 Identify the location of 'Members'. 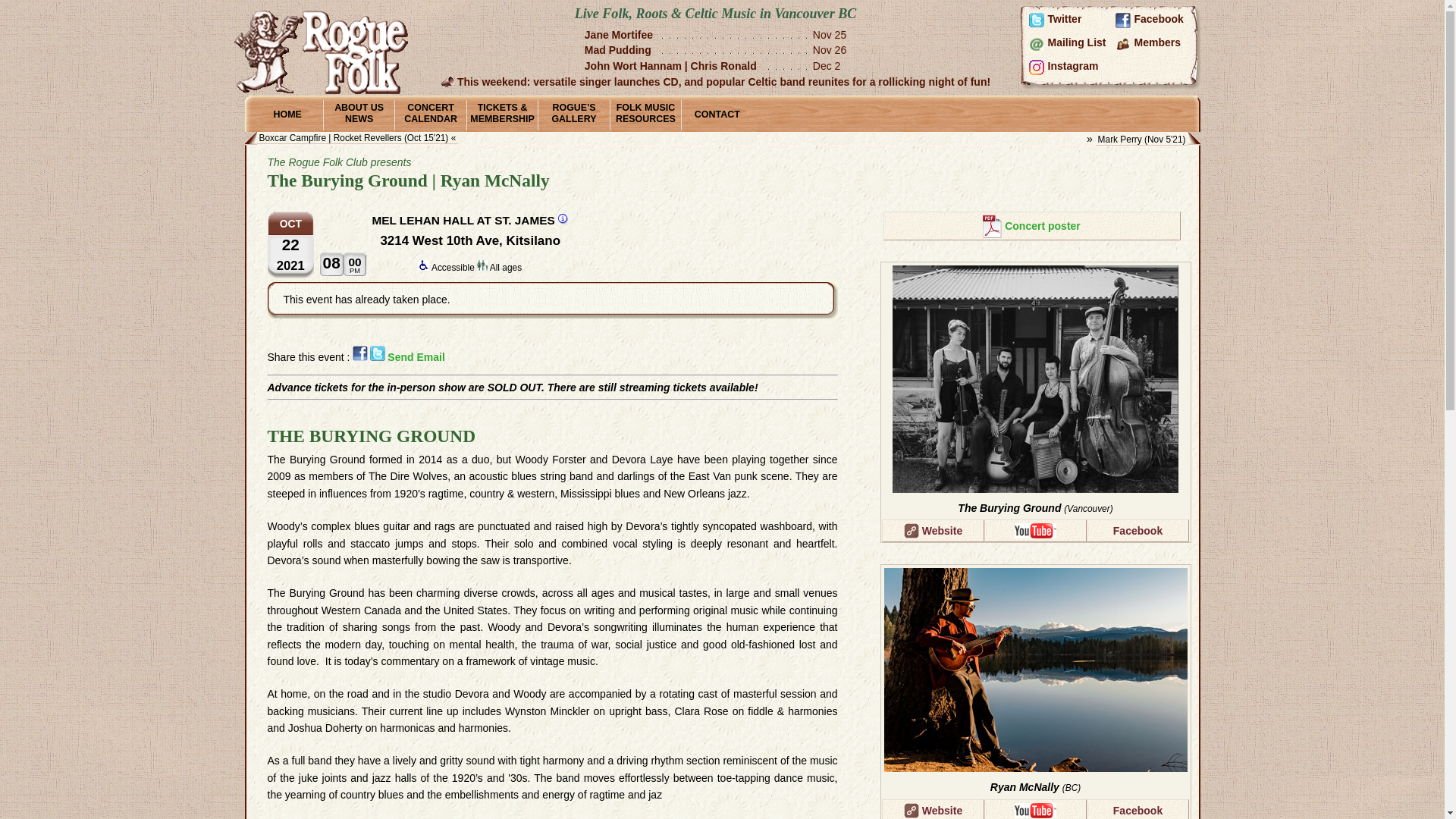
(1156, 42).